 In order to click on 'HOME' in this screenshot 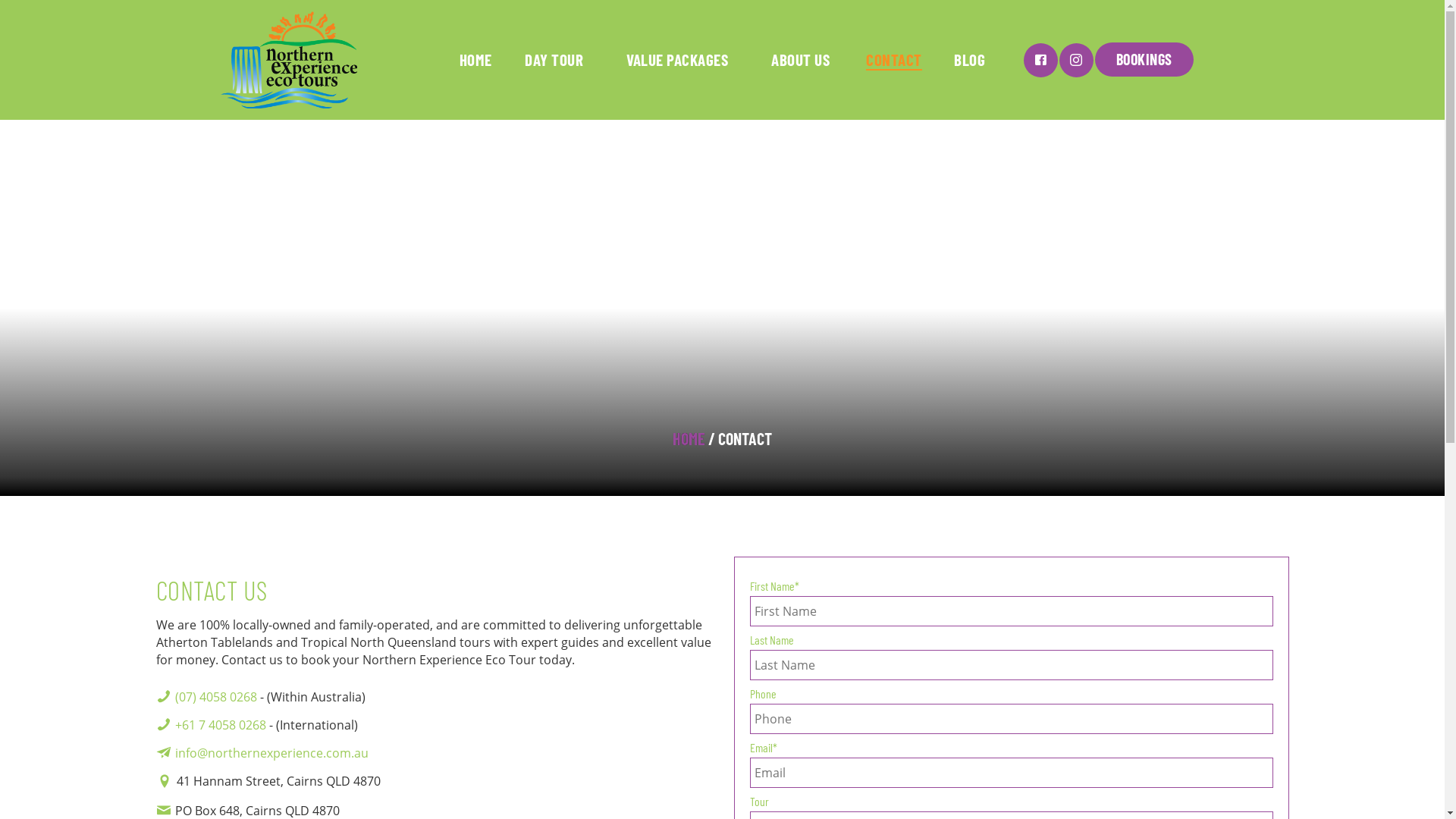, I will do `click(688, 438)`.